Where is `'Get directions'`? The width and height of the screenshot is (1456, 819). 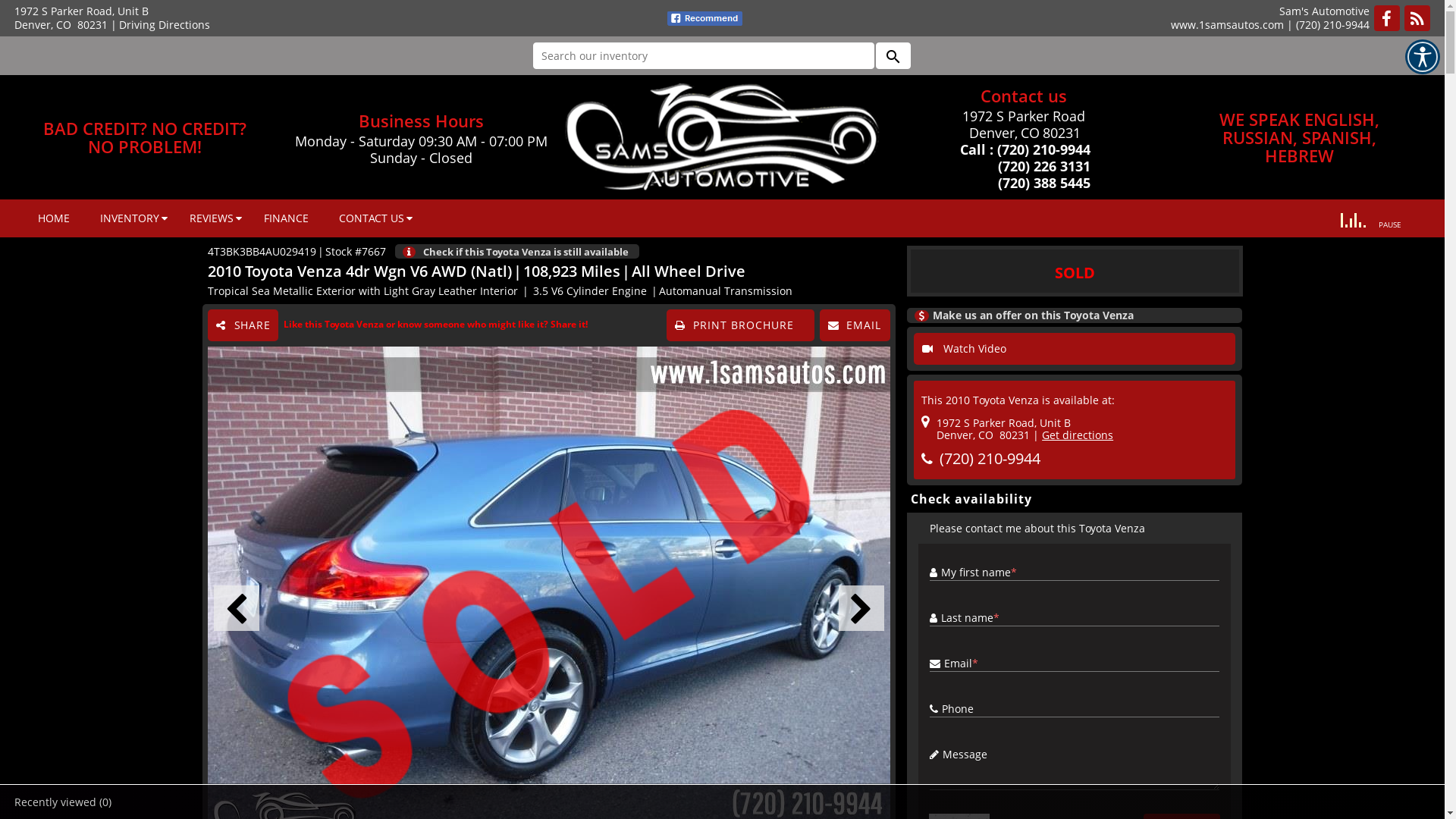
'Get directions' is located at coordinates (1040, 435).